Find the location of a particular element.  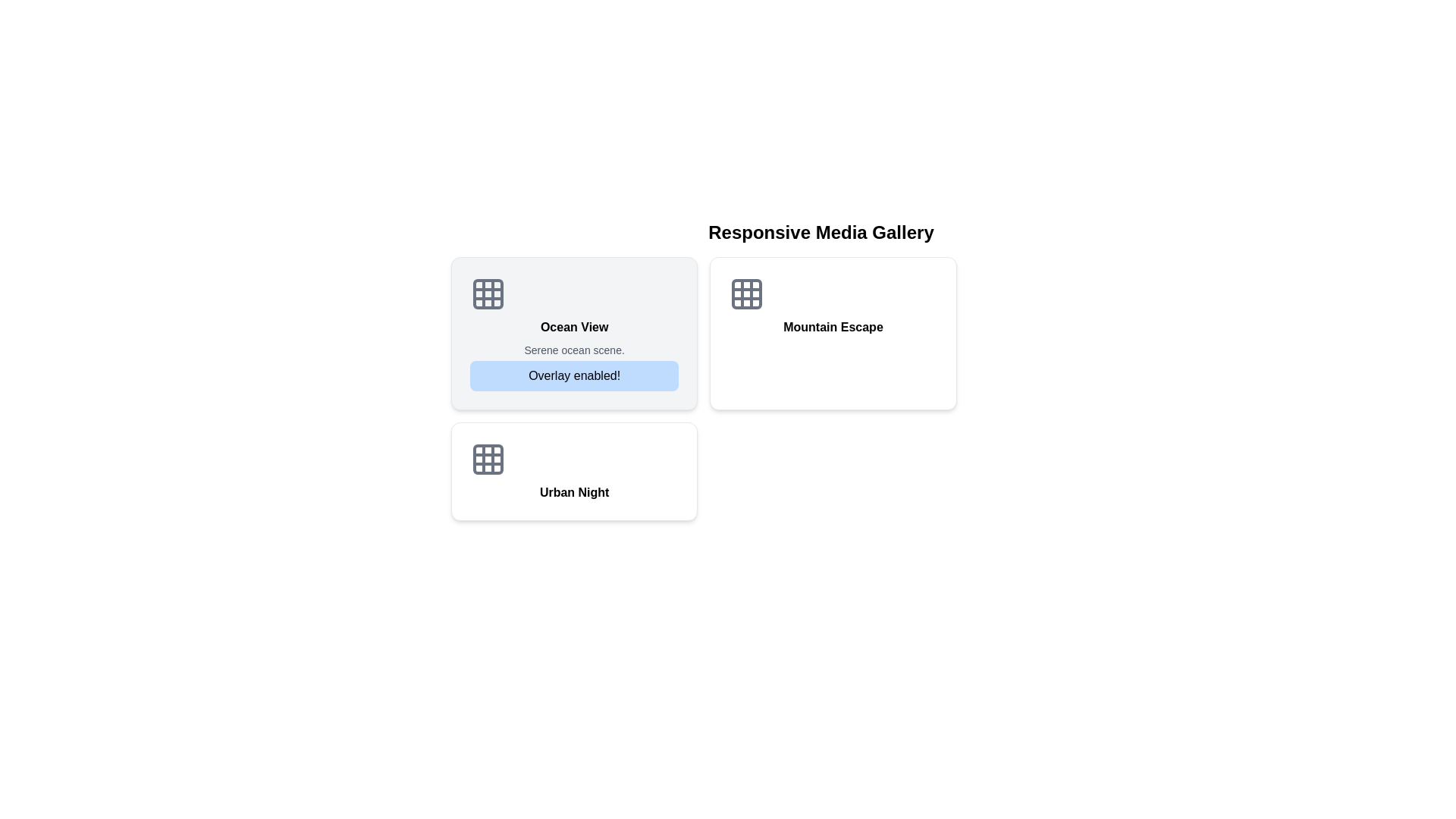

the first media card in the grid layout, located in the top-left corner is located at coordinates (573, 332).